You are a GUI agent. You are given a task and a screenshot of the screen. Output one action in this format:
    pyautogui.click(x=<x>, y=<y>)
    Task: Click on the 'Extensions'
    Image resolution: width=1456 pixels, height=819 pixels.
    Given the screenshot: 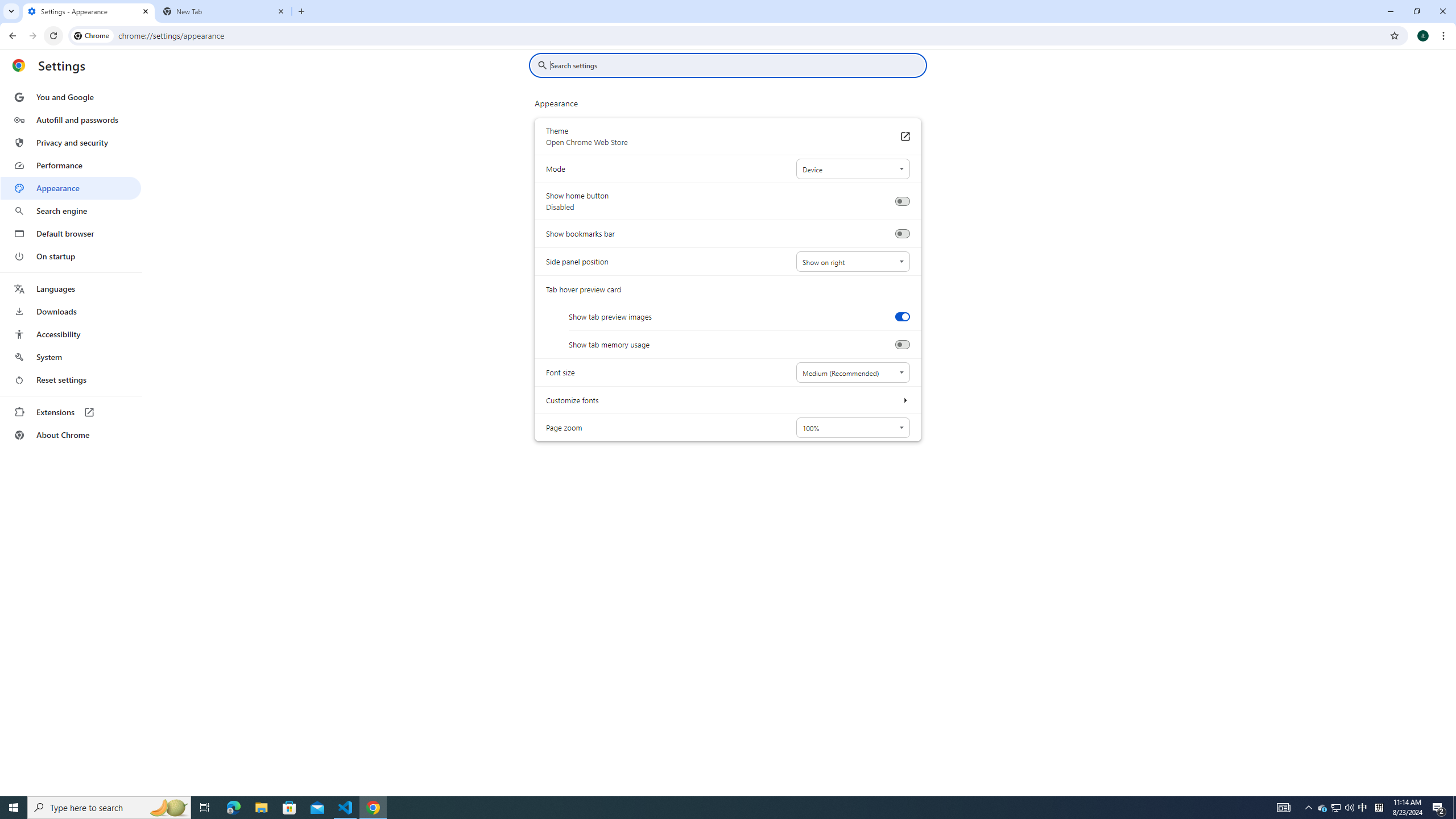 What is the action you would take?
    pyautogui.click(x=70, y=412)
    